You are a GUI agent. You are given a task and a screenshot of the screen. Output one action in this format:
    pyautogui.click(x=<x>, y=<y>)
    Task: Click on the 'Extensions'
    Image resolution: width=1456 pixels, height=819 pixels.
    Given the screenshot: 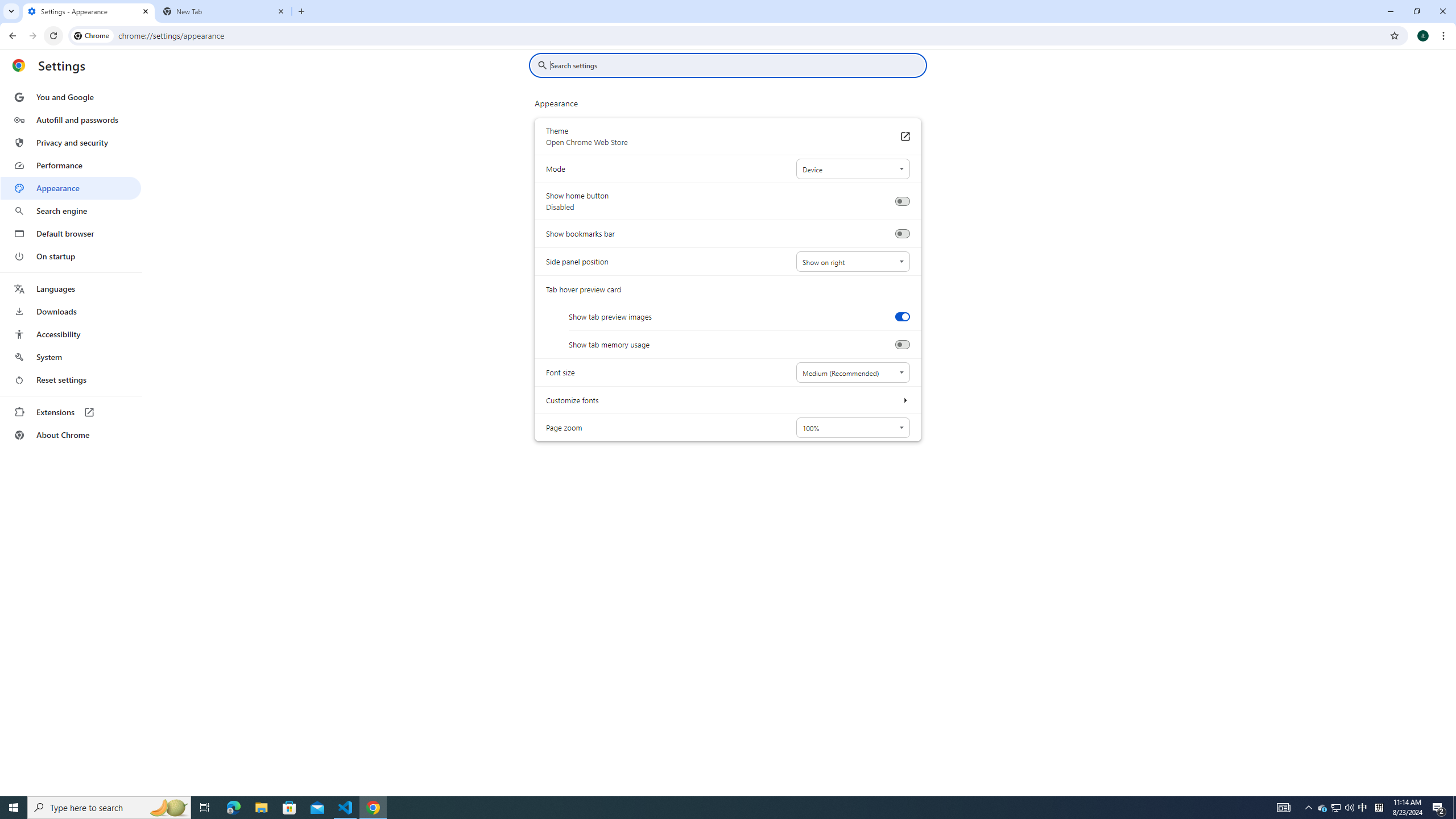 What is the action you would take?
    pyautogui.click(x=70, y=412)
    